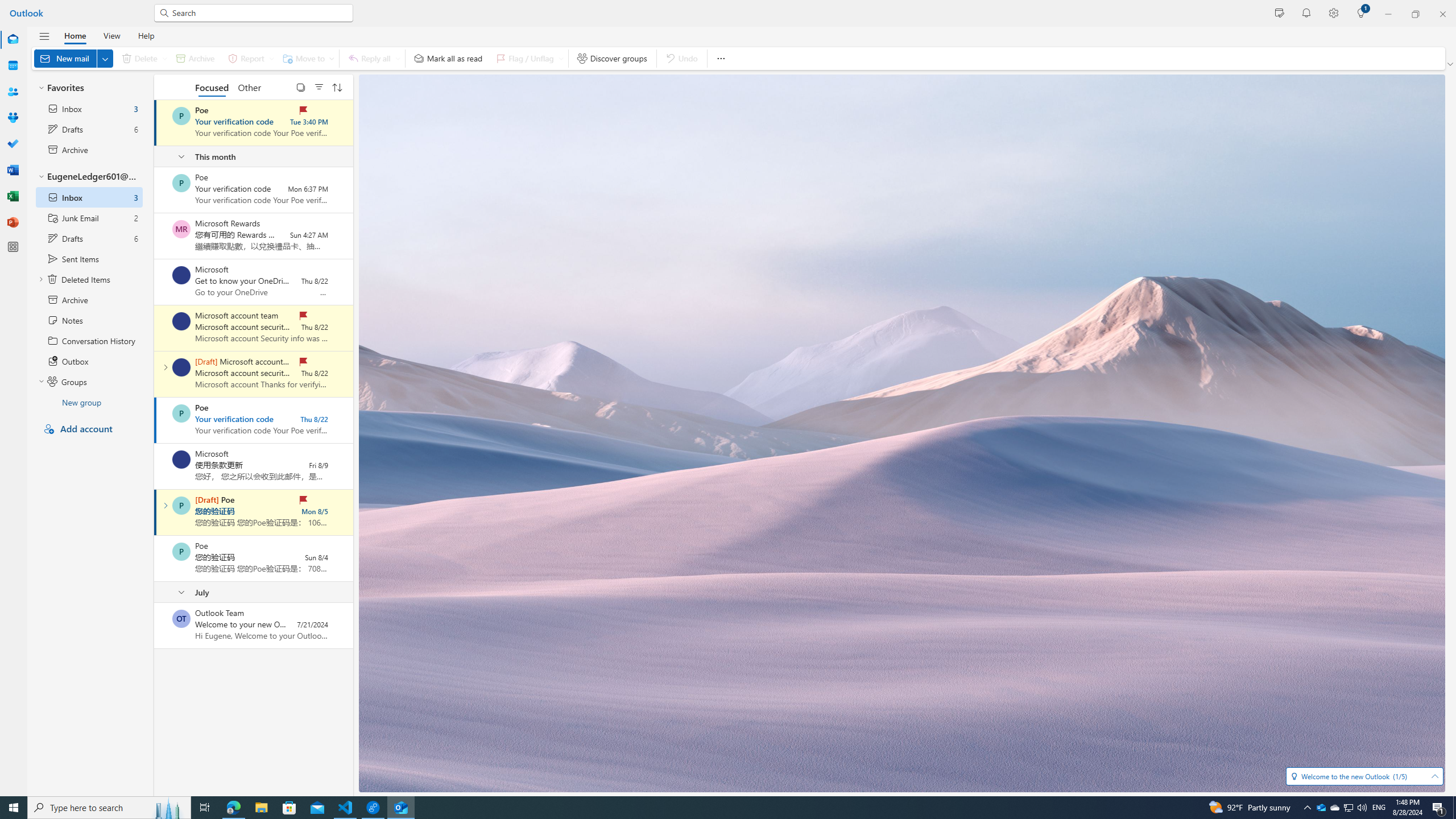 The image size is (1456, 819). I want to click on 'Calendar', so click(13, 65).